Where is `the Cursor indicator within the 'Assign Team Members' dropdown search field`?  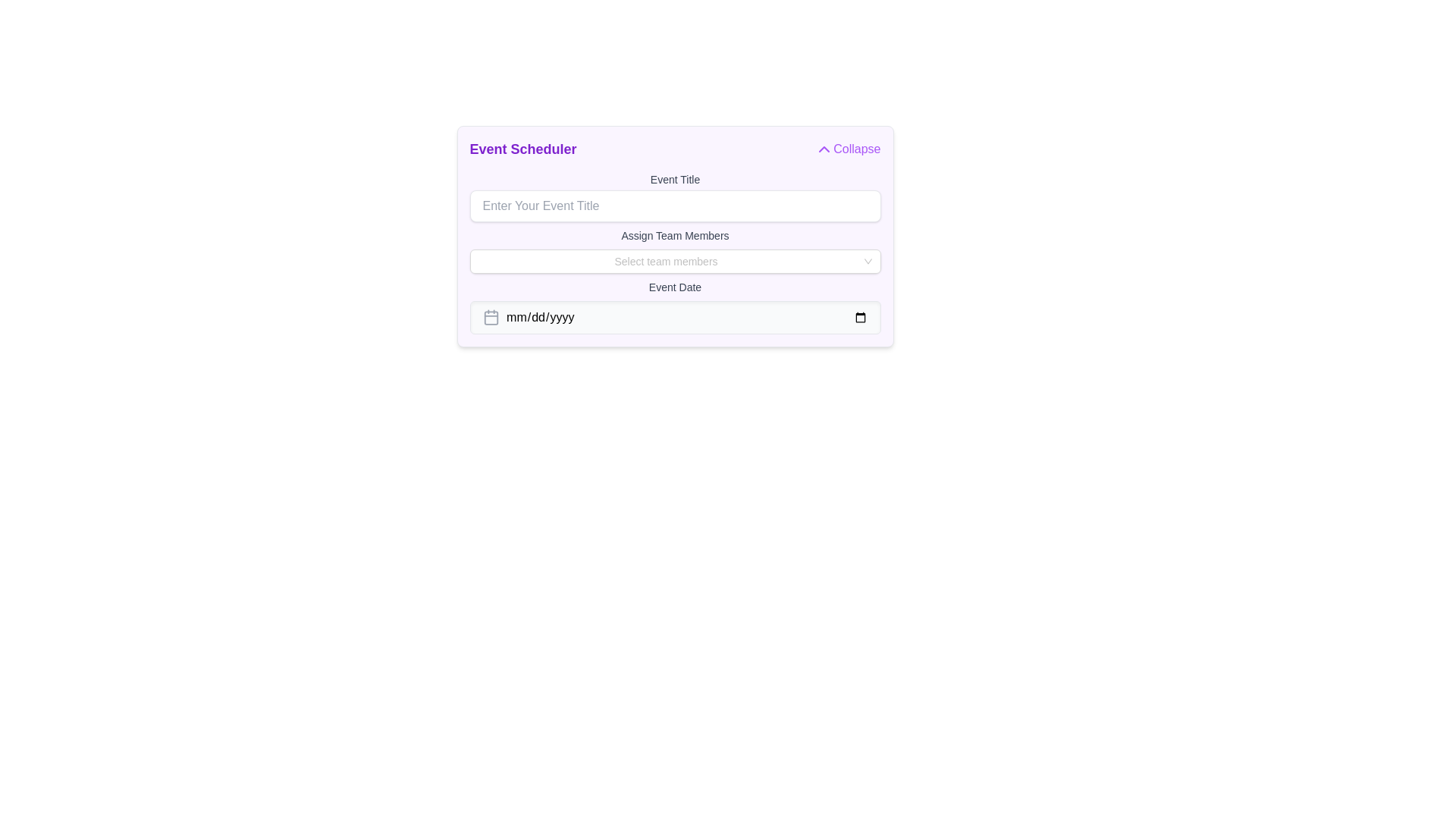
the Cursor indicator within the 'Assign Team Members' dropdown search field is located at coordinates (479, 260).